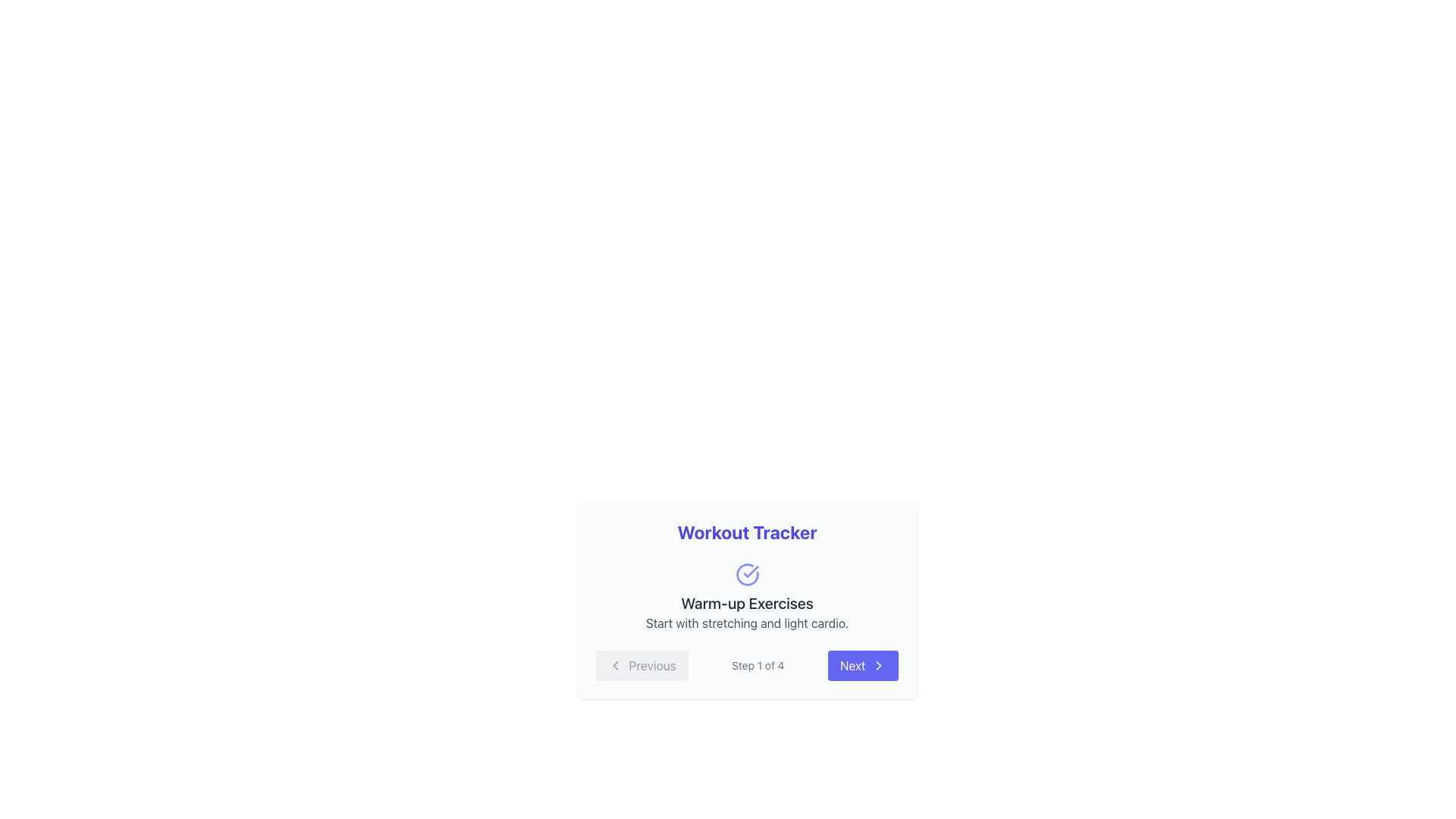  Describe the element at coordinates (615, 665) in the screenshot. I see `the 'Previous' button which contains the leftward chevron icon` at that location.